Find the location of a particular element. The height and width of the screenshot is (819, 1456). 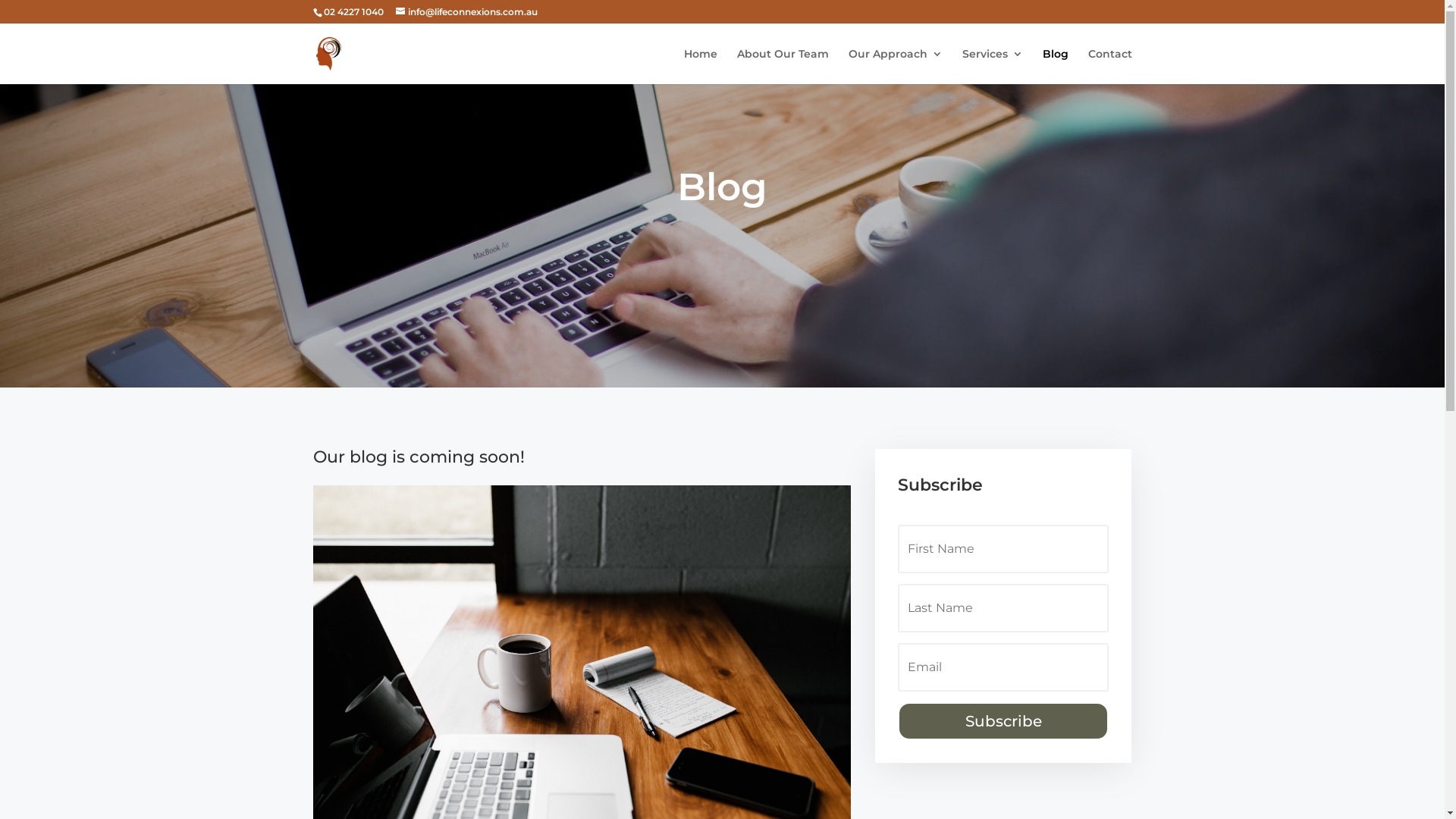

'Contact' is located at coordinates (1109, 65).